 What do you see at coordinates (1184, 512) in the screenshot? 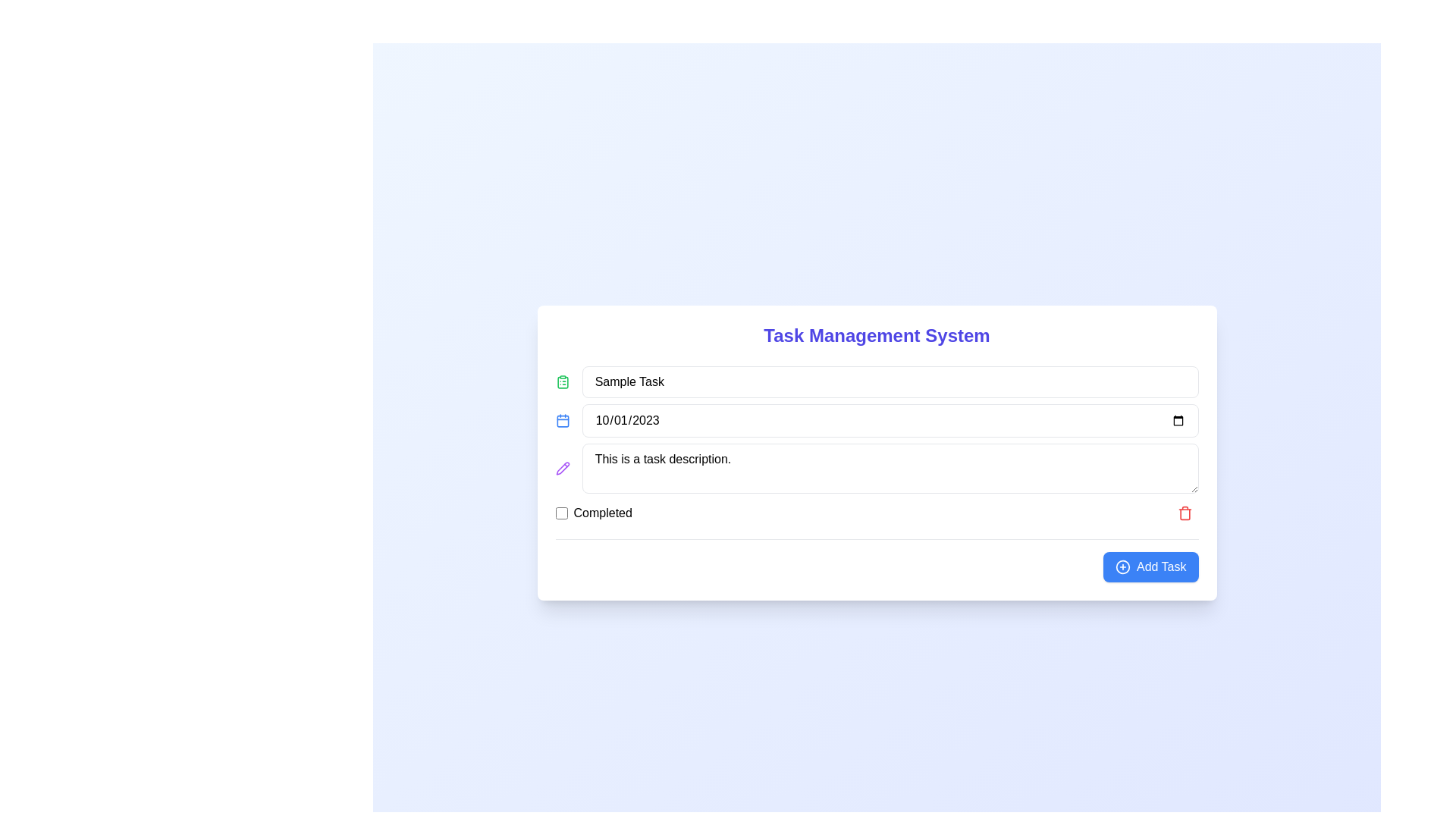
I see `the delete icon button located in the bottom-right corner of the task input area` at bounding box center [1184, 512].